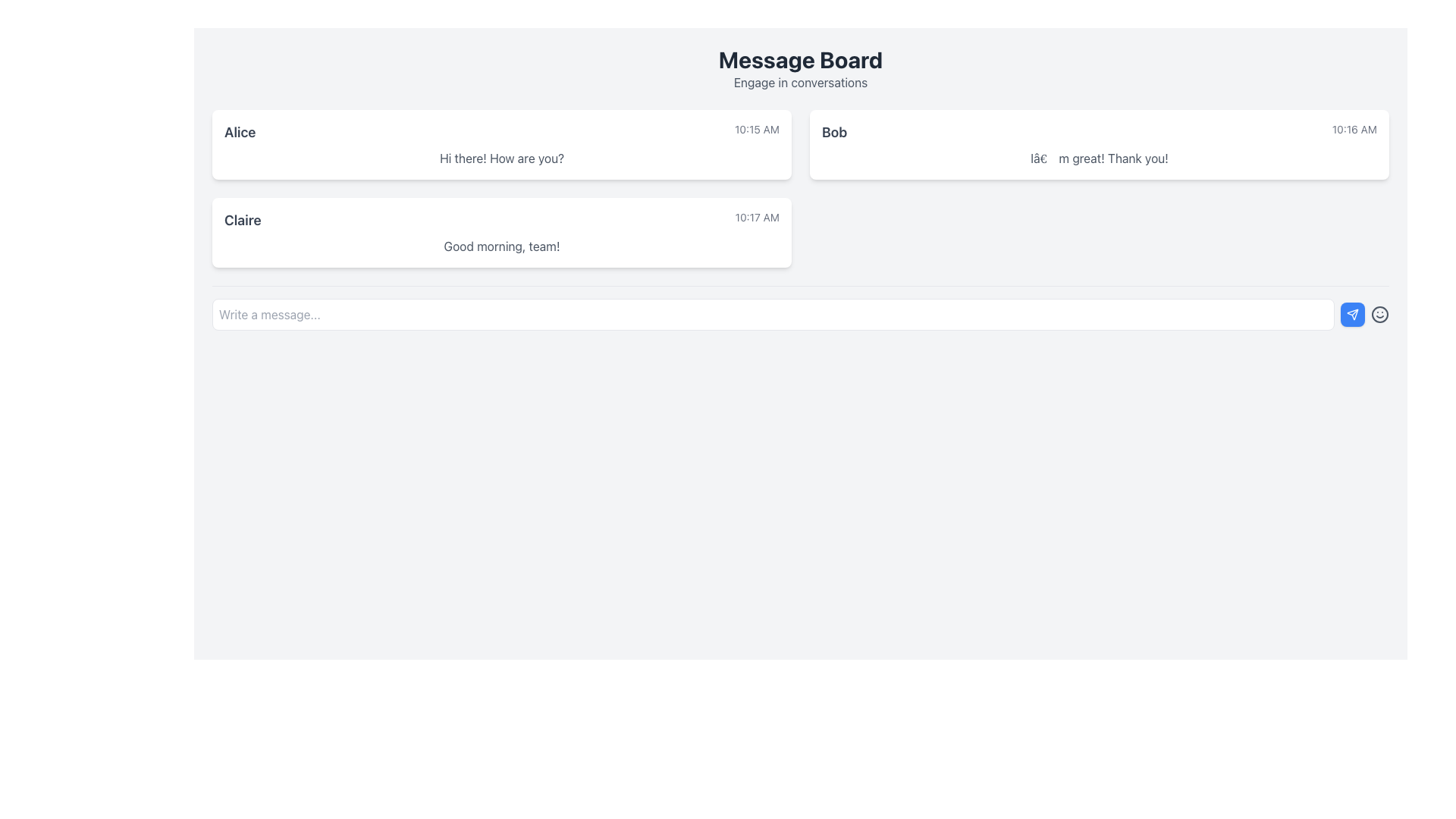 The height and width of the screenshot is (819, 1456). Describe the element at coordinates (239, 131) in the screenshot. I see `user name displayed in the text label located at the top-left corner of the message card in the chat column` at that location.